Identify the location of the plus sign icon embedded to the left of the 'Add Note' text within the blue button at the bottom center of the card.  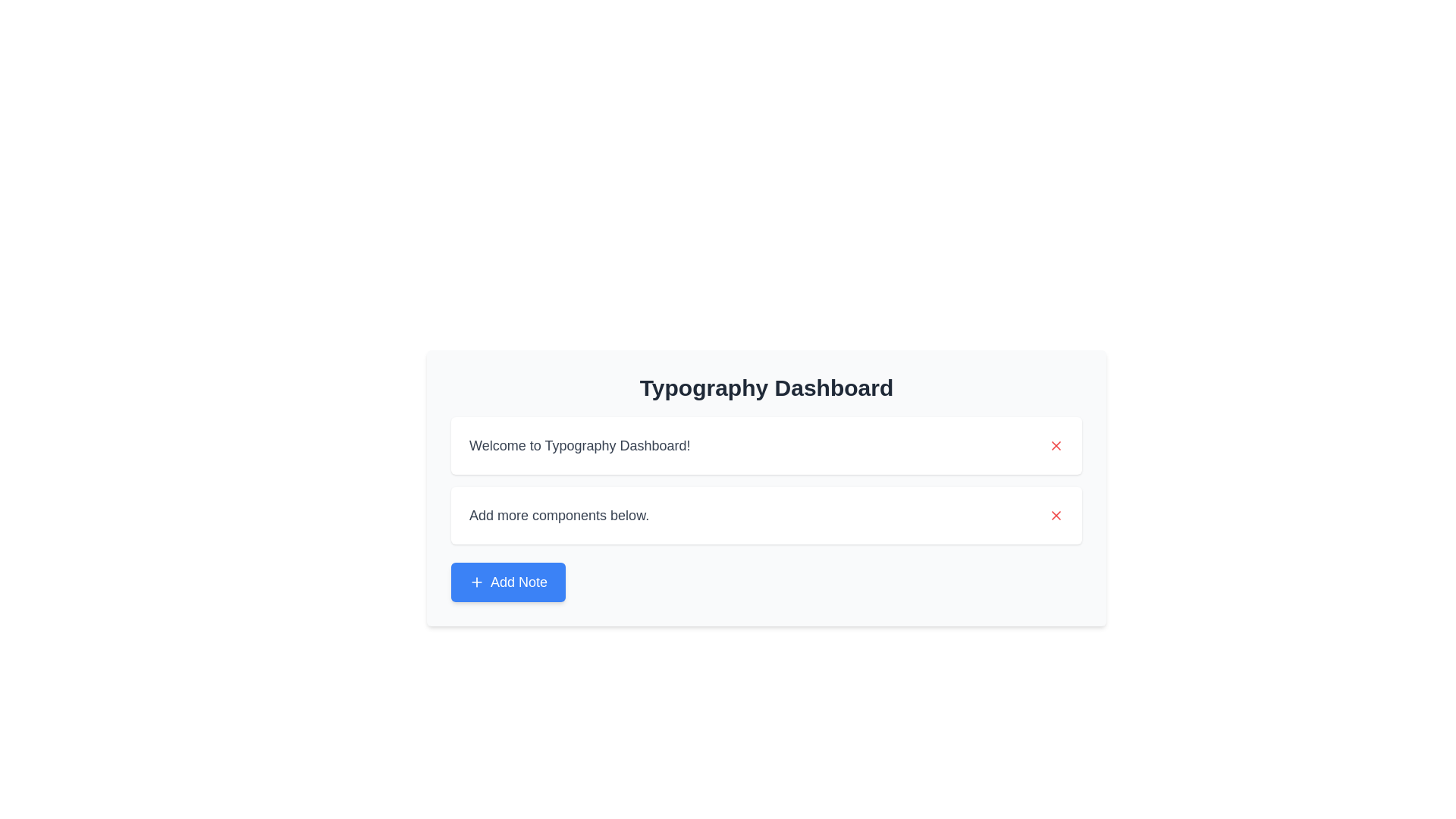
(475, 581).